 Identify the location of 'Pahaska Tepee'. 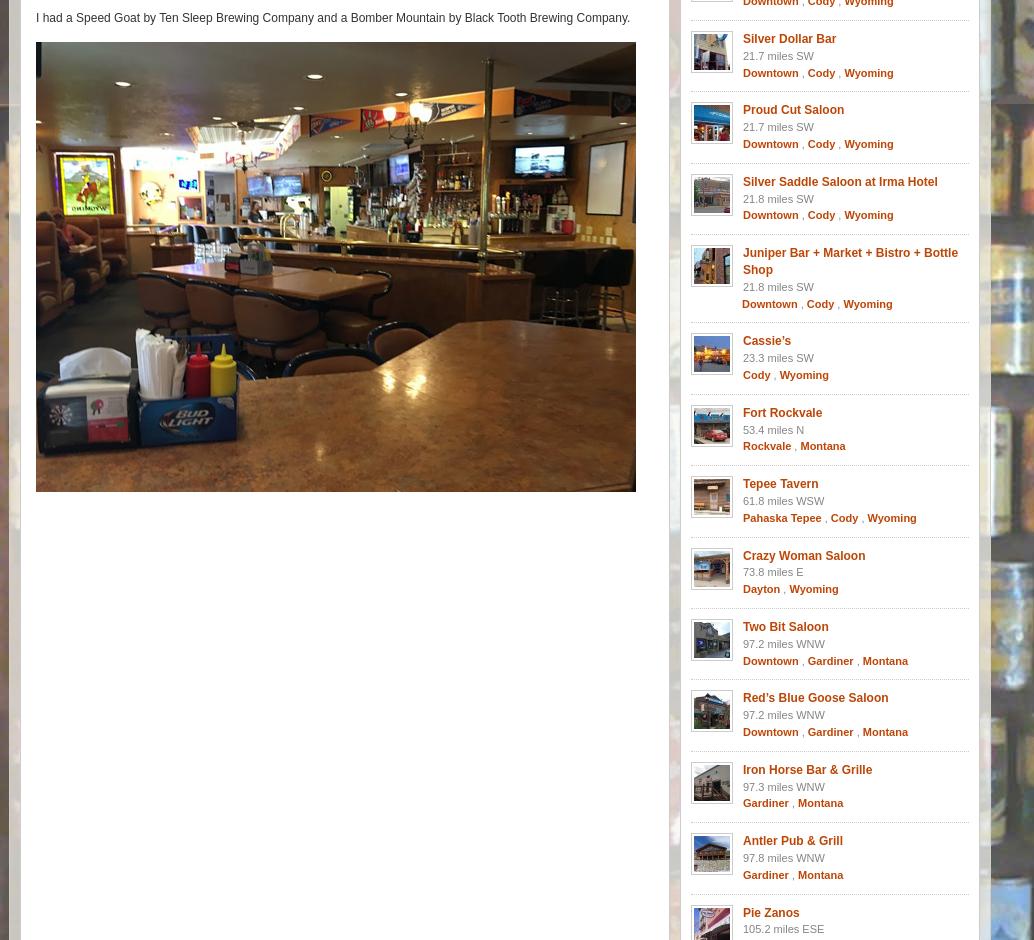
(781, 516).